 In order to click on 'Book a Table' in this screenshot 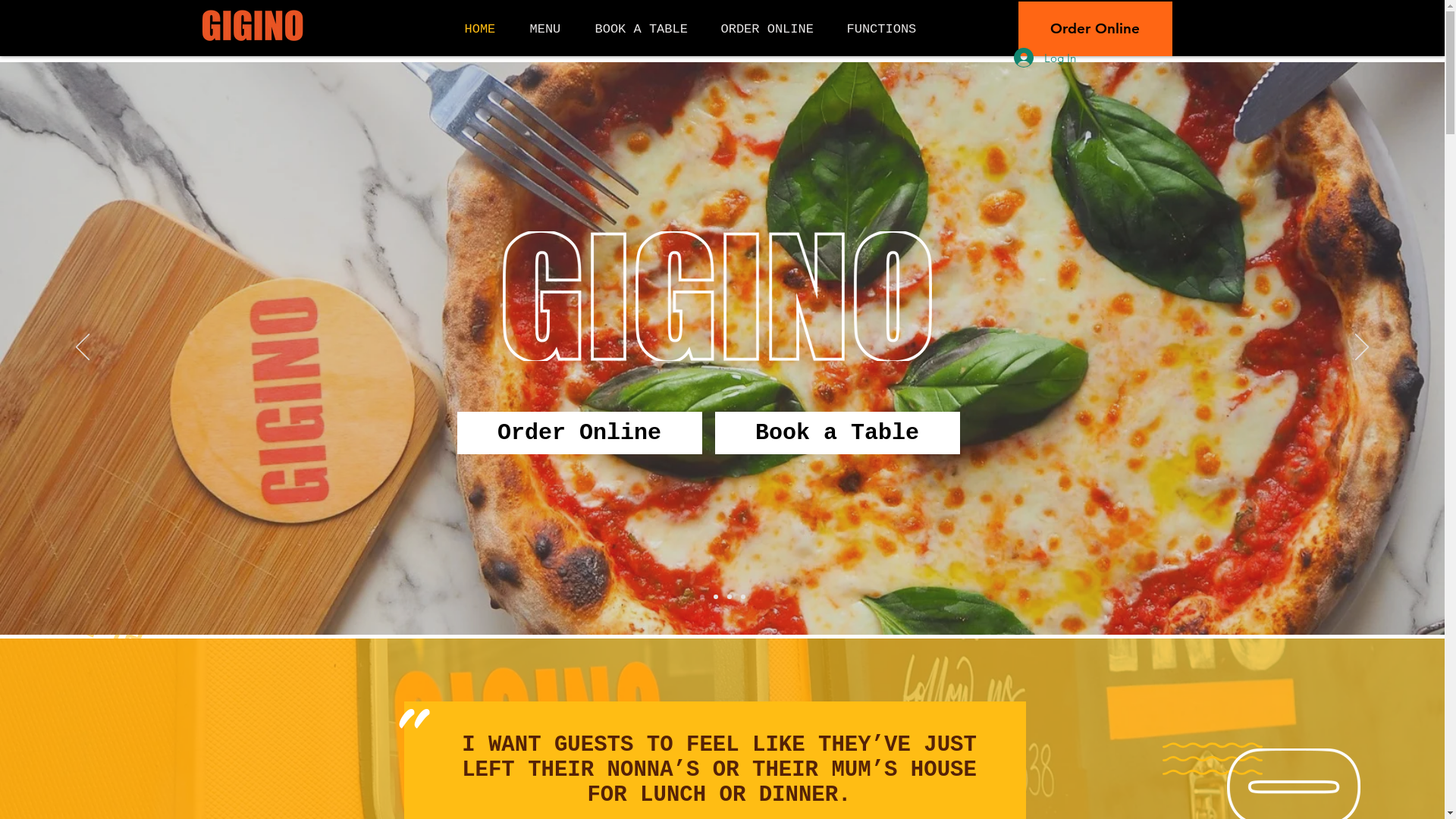, I will do `click(836, 432)`.